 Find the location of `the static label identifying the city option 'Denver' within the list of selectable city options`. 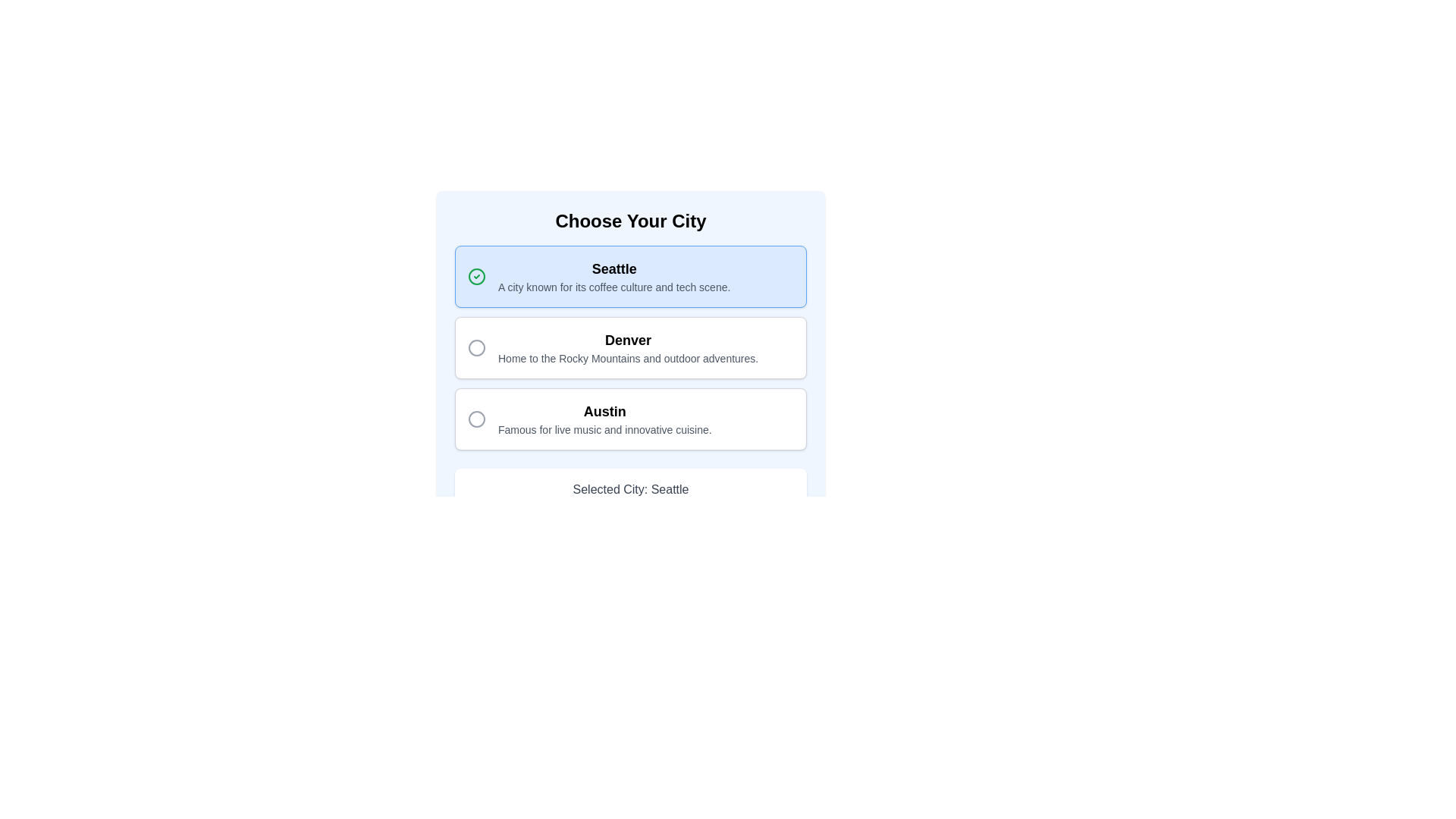

the static label identifying the city option 'Denver' within the list of selectable city options is located at coordinates (628, 339).